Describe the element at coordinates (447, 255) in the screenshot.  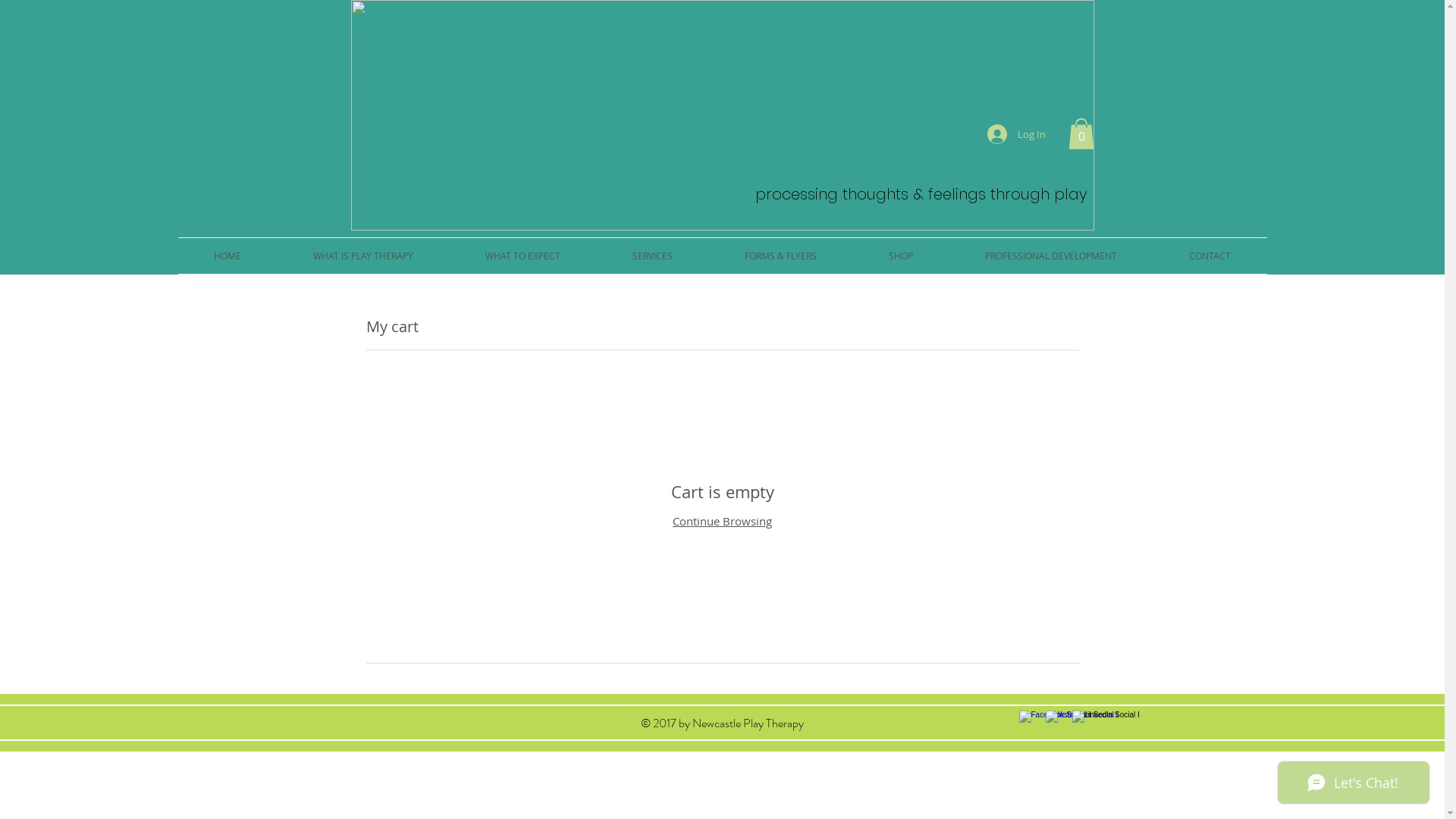
I see `'WHAT TO EXPECT'` at that location.